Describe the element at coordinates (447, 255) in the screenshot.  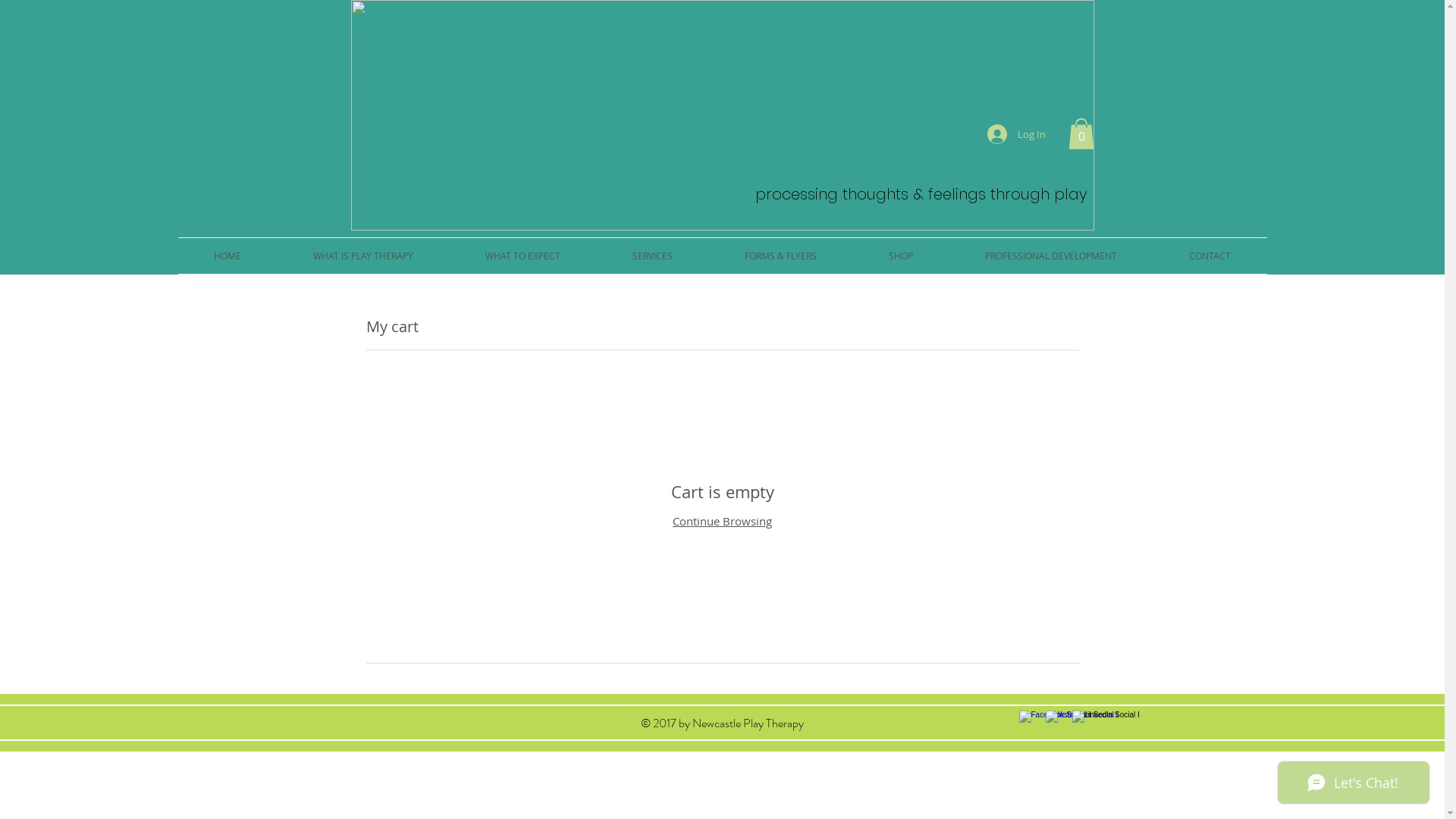
I see `'WHAT TO EXPECT'` at that location.